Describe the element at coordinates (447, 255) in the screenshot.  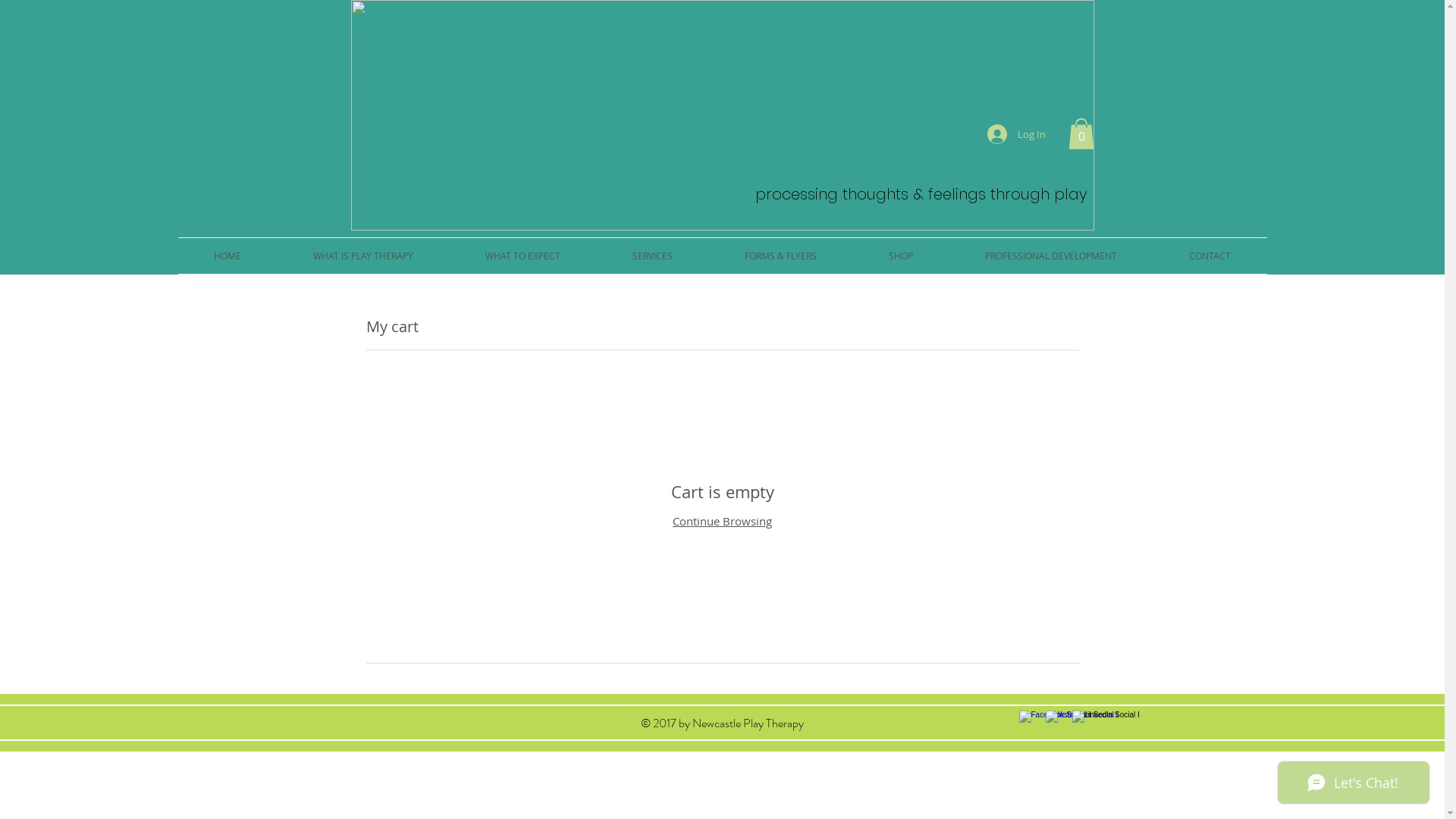
I see `'WHAT TO EXPECT'` at that location.